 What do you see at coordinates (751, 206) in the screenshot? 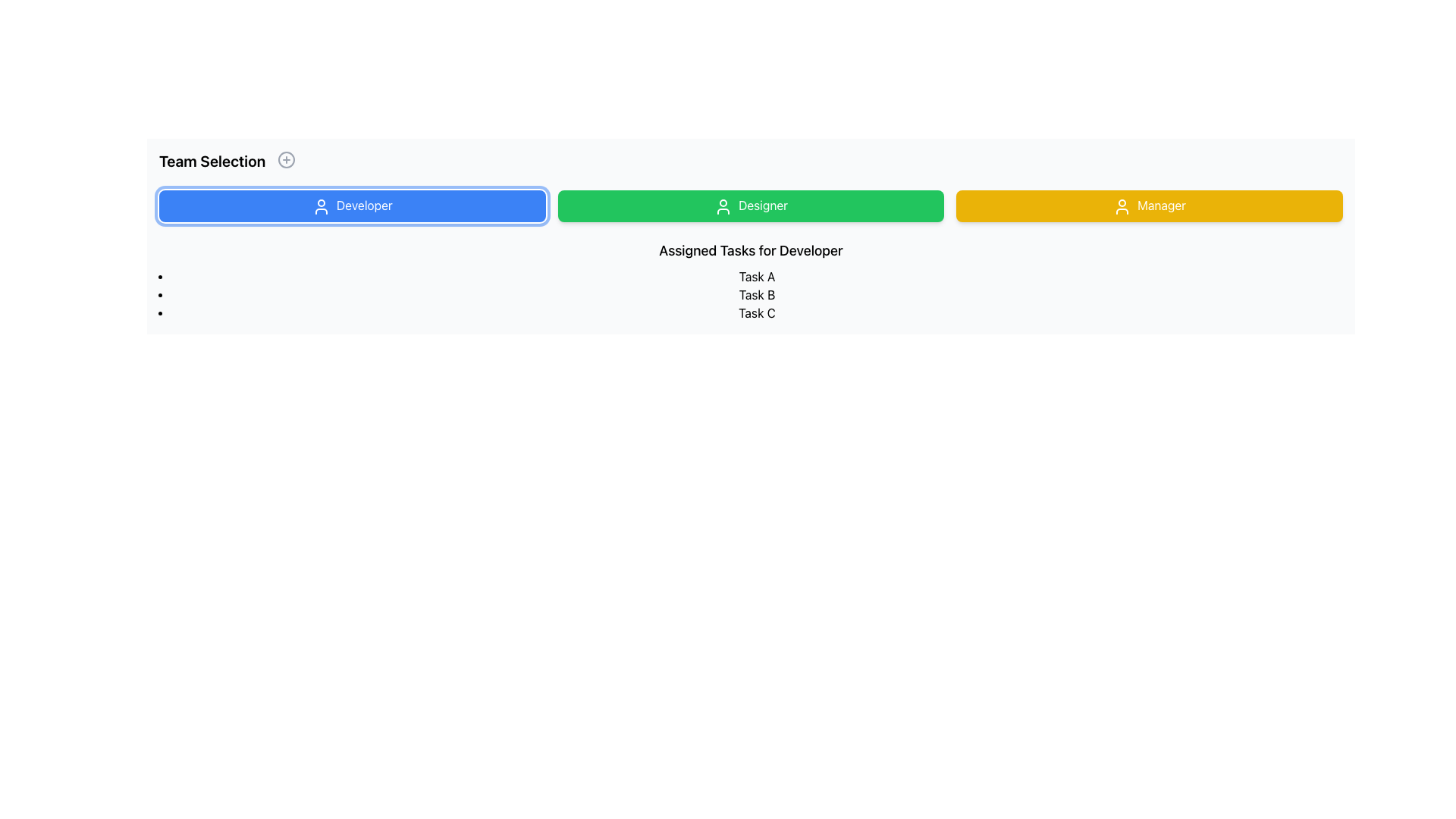
I see `the 'Designer' button located in the 'Team Selection' section` at bounding box center [751, 206].